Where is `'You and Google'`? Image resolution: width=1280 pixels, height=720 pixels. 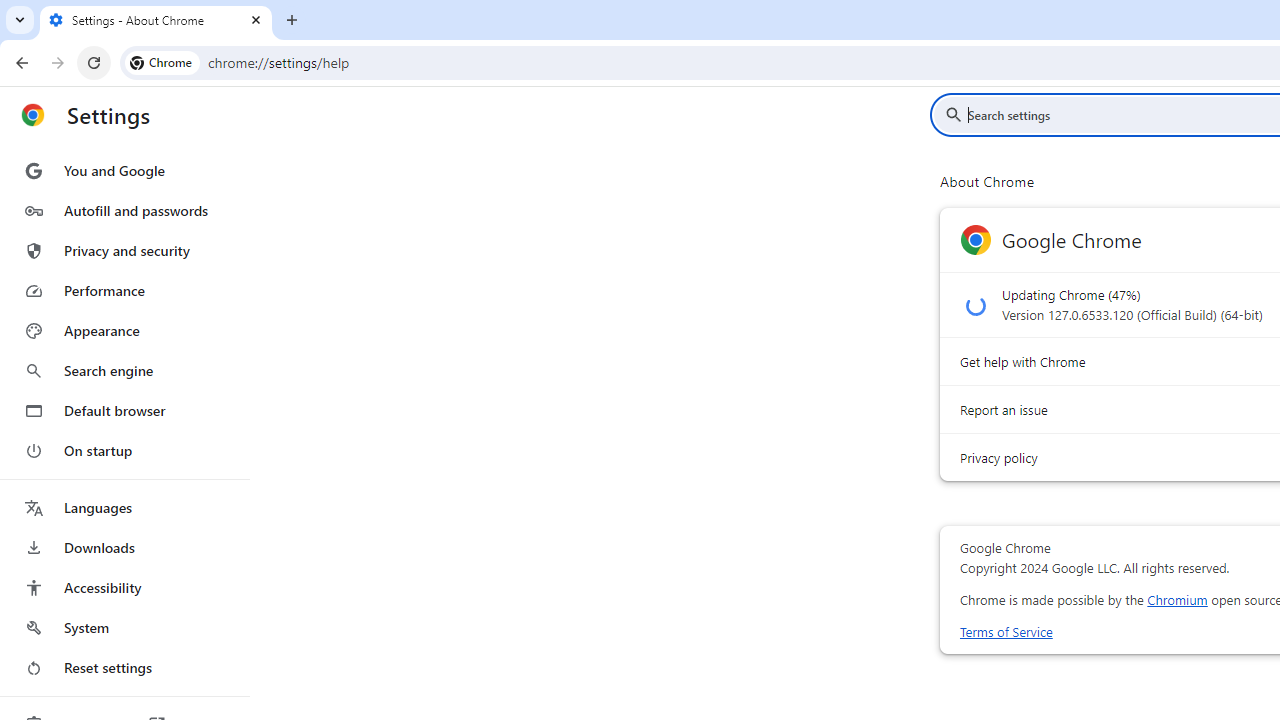 'You and Google' is located at coordinates (123, 170).